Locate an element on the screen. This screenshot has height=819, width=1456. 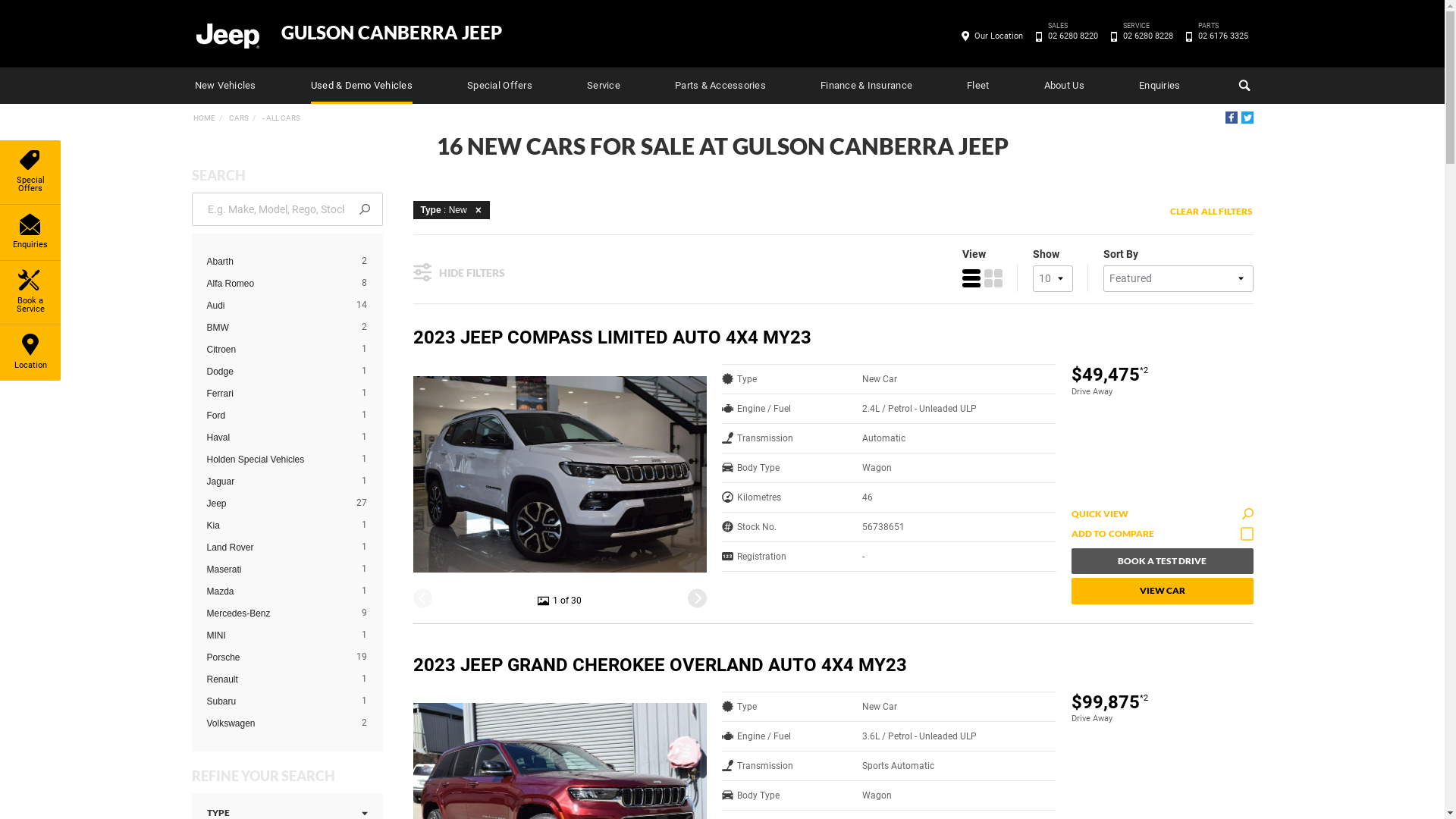
'CLEAR ALL FILTERS' is located at coordinates (1210, 211).